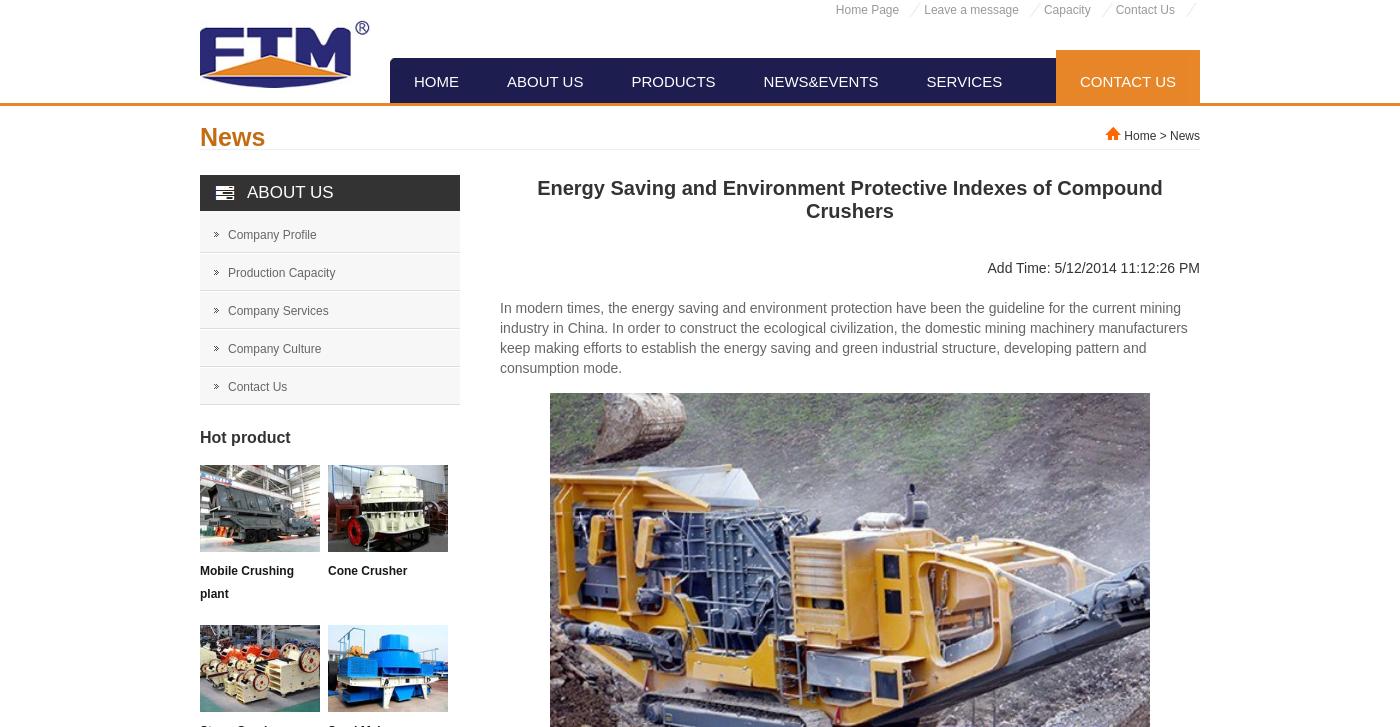 This screenshot has height=727, width=1400. What do you see at coordinates (228, 349) in the screenshot?
I see `'Company Culture'` at bounding box center [228, 349].